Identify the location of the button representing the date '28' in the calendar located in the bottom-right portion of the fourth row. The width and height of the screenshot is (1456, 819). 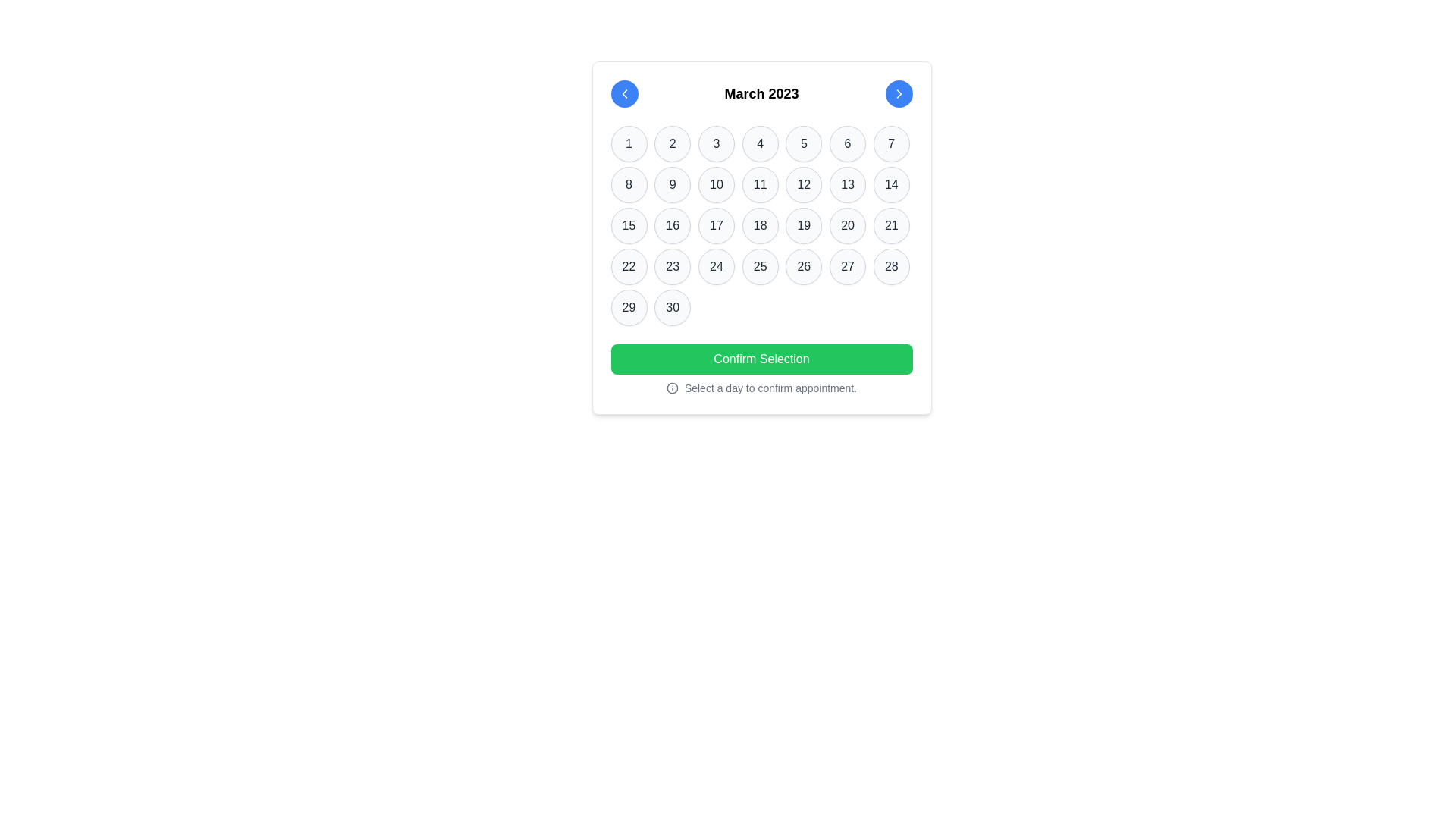
(891, 265).